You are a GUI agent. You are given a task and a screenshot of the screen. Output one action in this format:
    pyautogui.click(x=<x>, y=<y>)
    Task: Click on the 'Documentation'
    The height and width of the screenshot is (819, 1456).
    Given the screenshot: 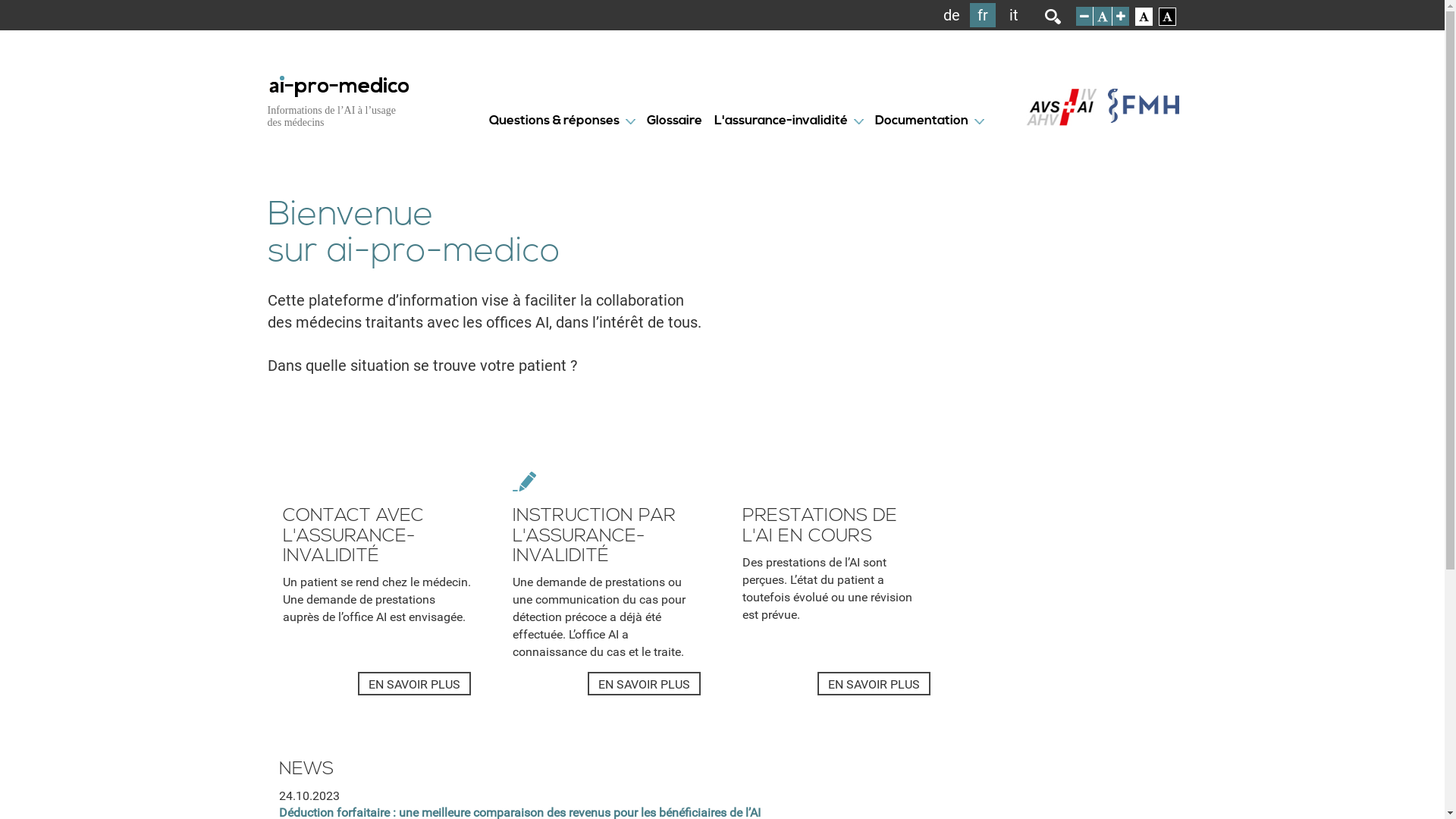 What is the action you would take?
    pyautogui.click(x=921, y=120)
    